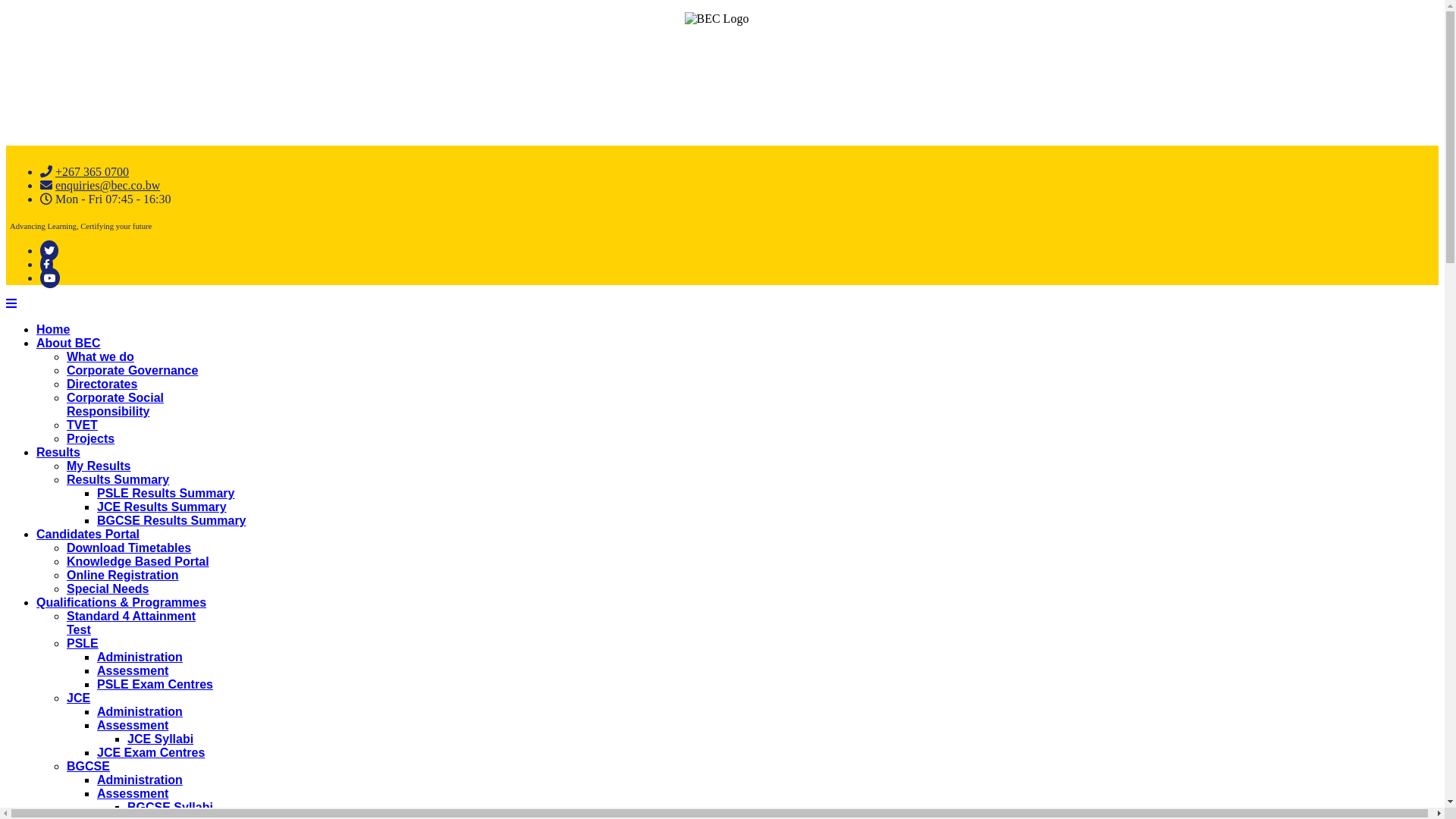  I want to click on 'JCE Exam Centres', so click(150, 752).